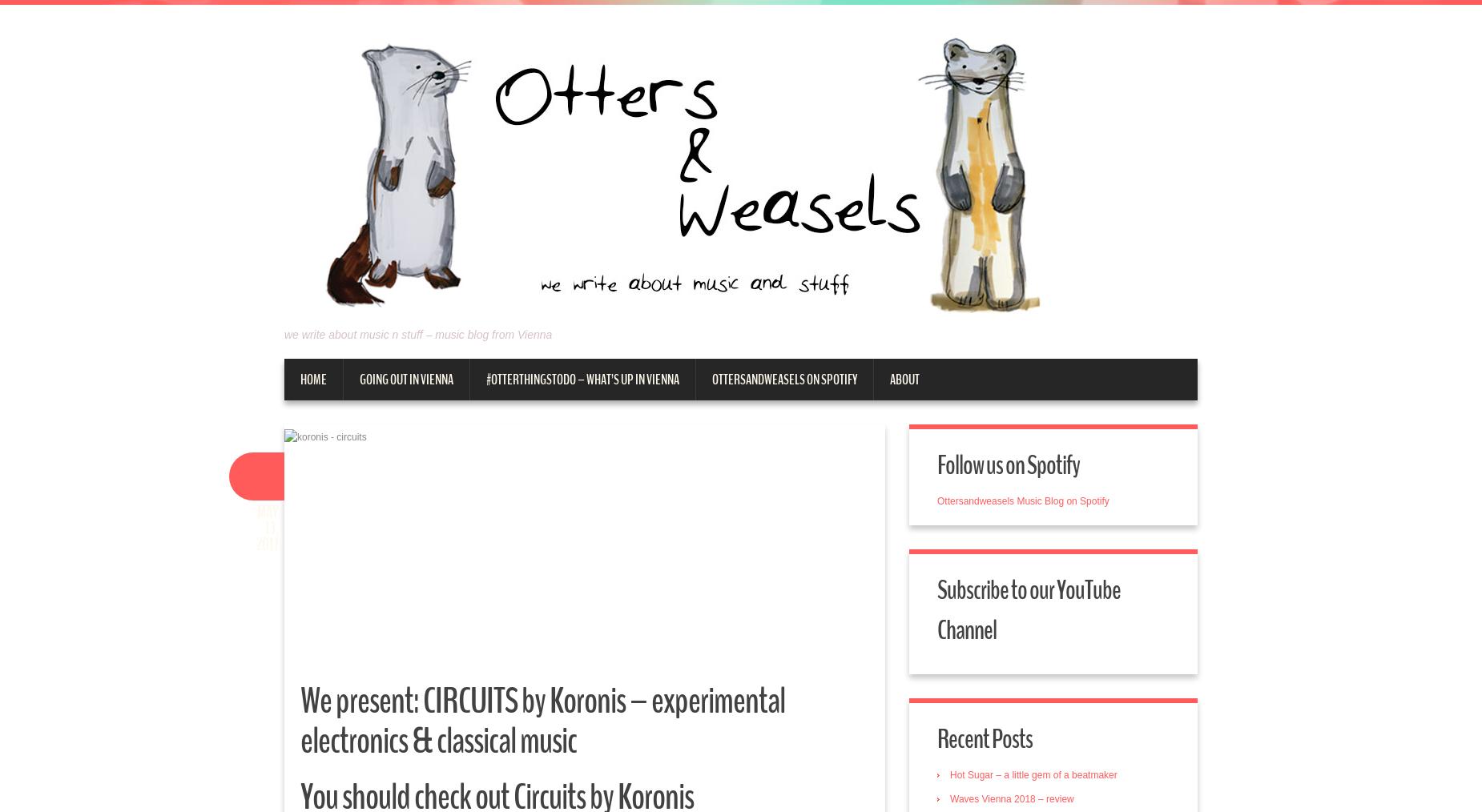  I want to click on 'Waves Vienna 2018 – review', so click(1010, 798).